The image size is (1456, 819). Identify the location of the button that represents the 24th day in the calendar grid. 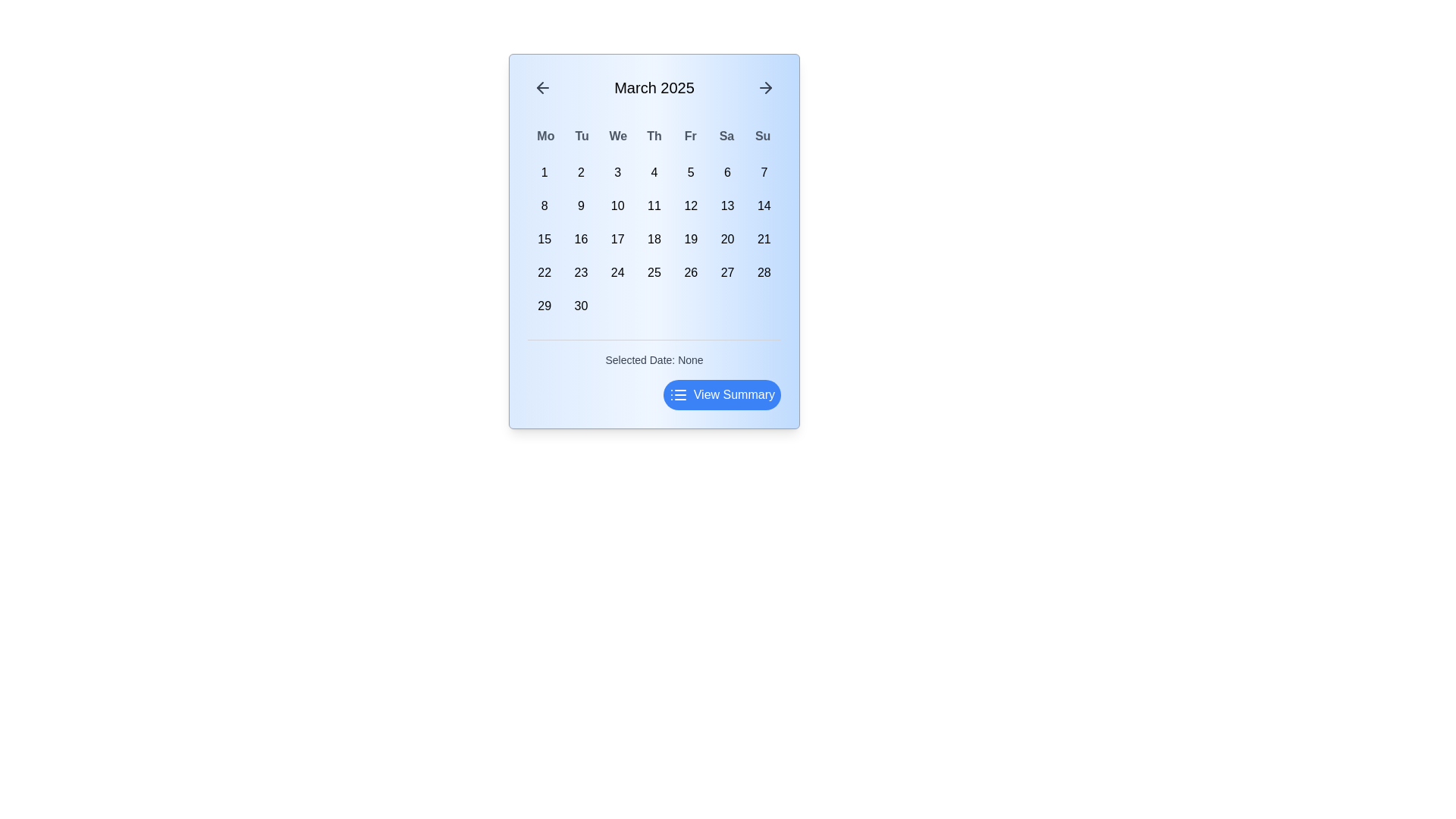
(617, 271).